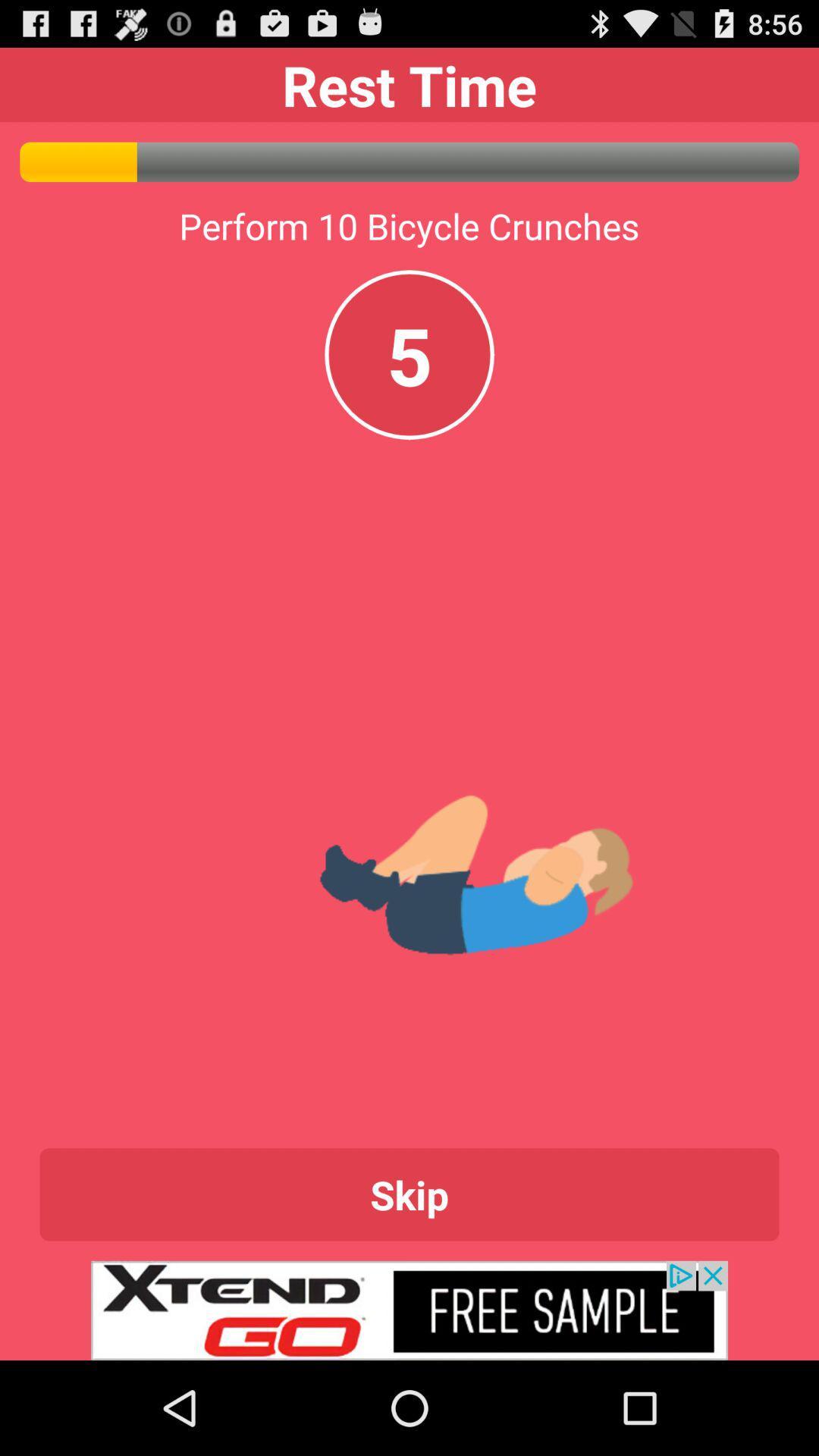 The width and height of the screenshot is (819, 1456). I want to click on click on xtend go advertisement, so click(409, 1310).